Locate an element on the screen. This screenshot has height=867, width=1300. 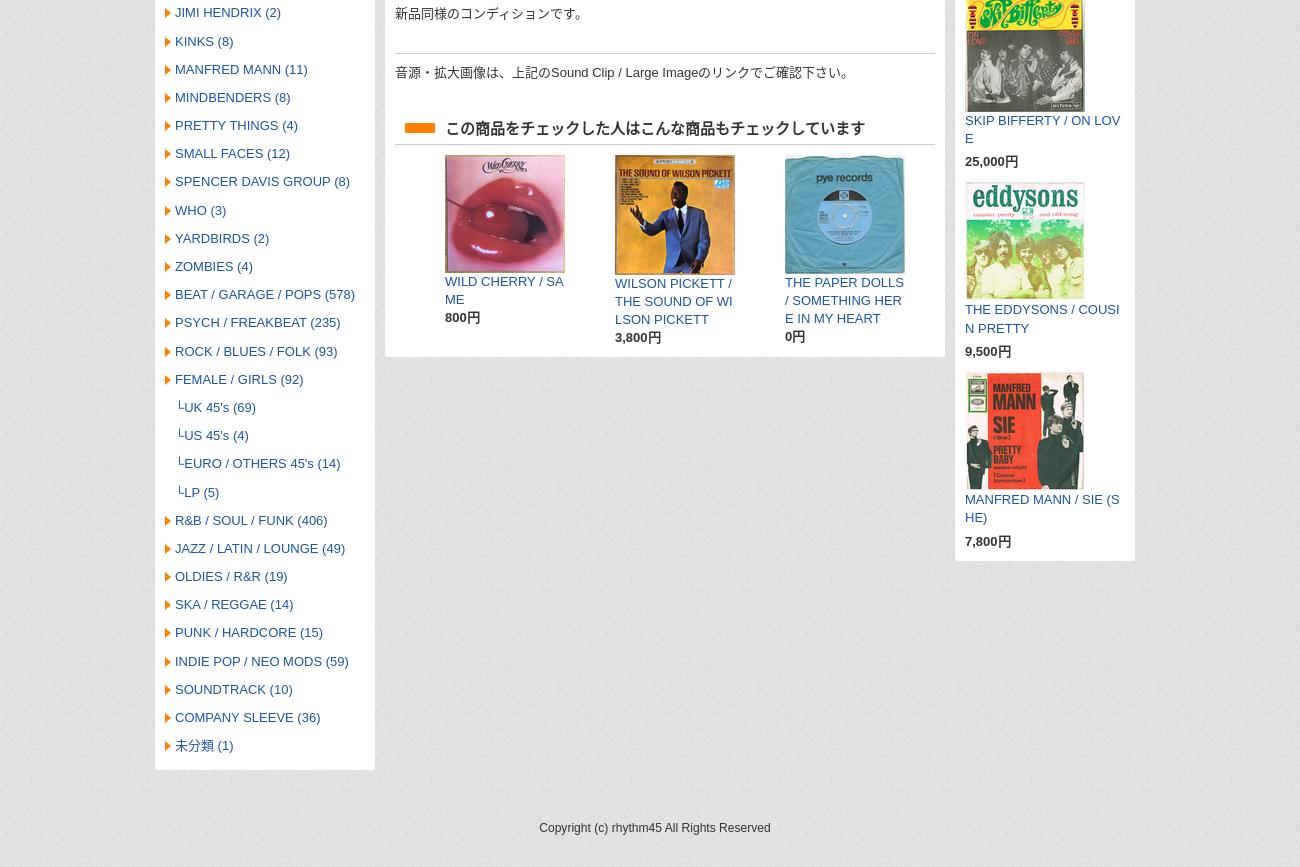
'JIMI HENDRIX (2)' is located at coordinates (227, 12).